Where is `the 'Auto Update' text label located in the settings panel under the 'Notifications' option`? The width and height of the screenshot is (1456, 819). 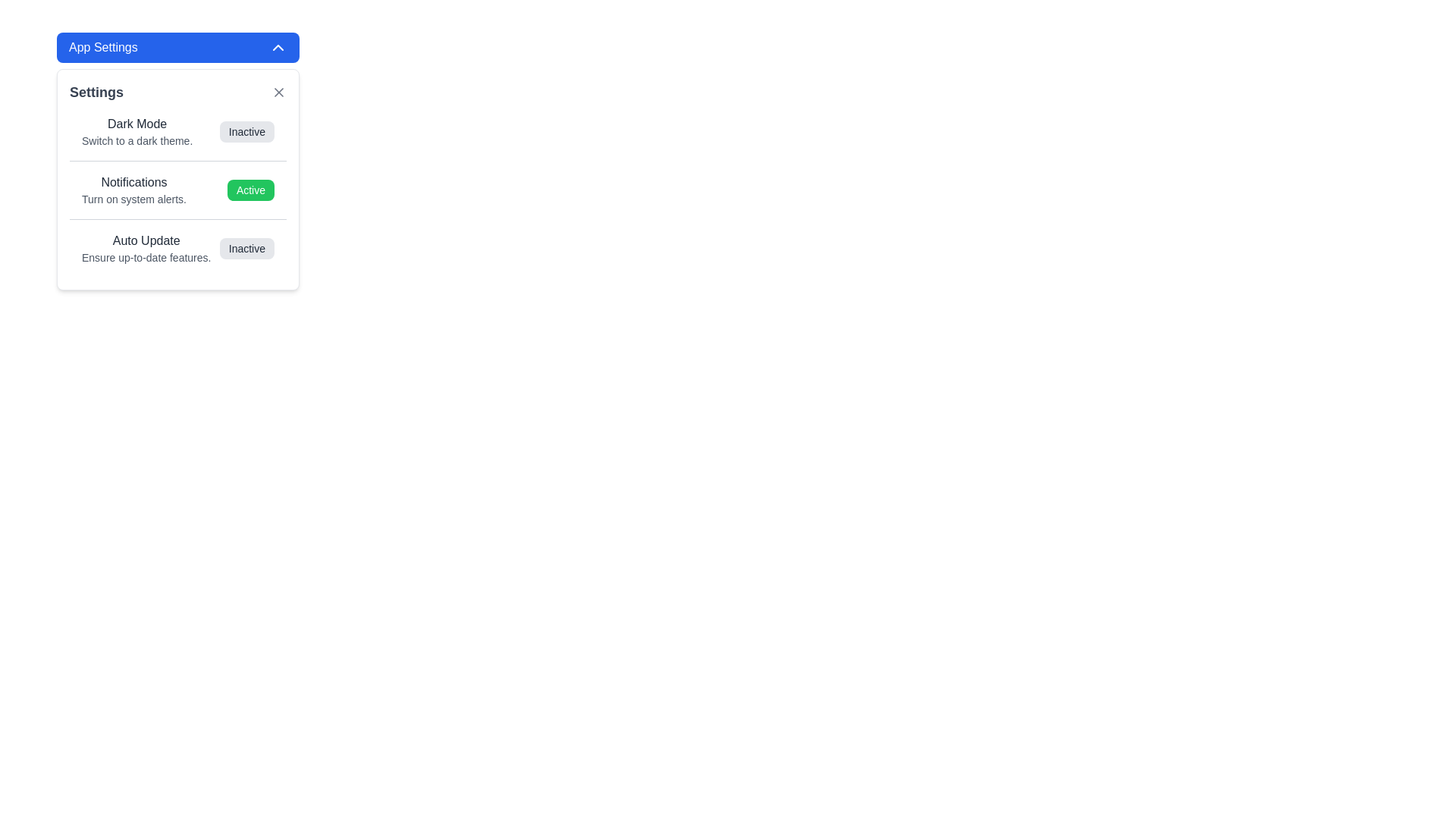
the 'Auto Update' text label located in the settings panel under the 'Notifications' option is located at coordinates (146, 240).